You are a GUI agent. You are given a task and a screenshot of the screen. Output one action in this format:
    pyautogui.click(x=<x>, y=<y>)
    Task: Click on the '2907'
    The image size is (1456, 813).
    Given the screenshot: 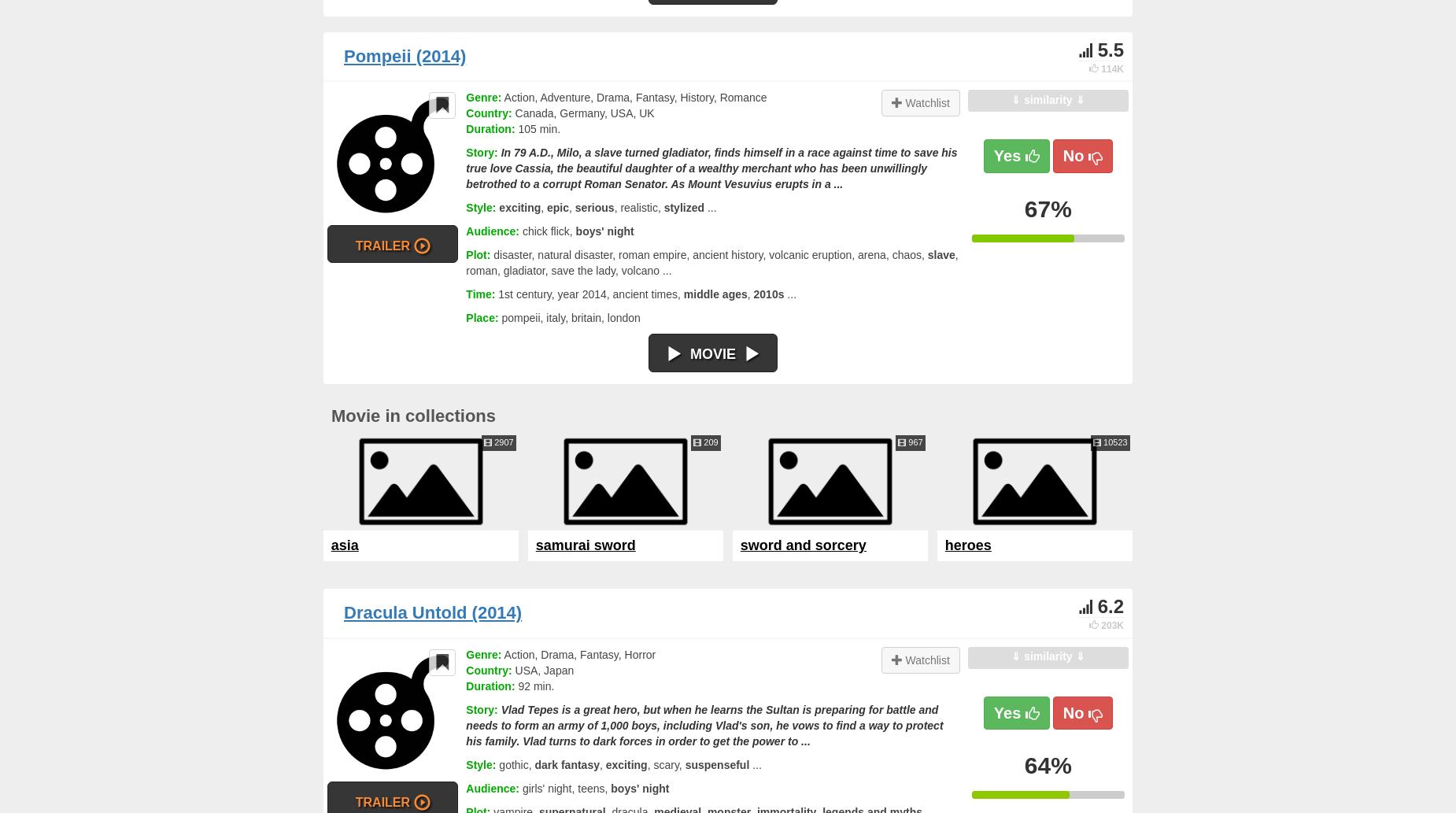 What is the action you would take?
    pyautogui.click(x=502, y=441)
    